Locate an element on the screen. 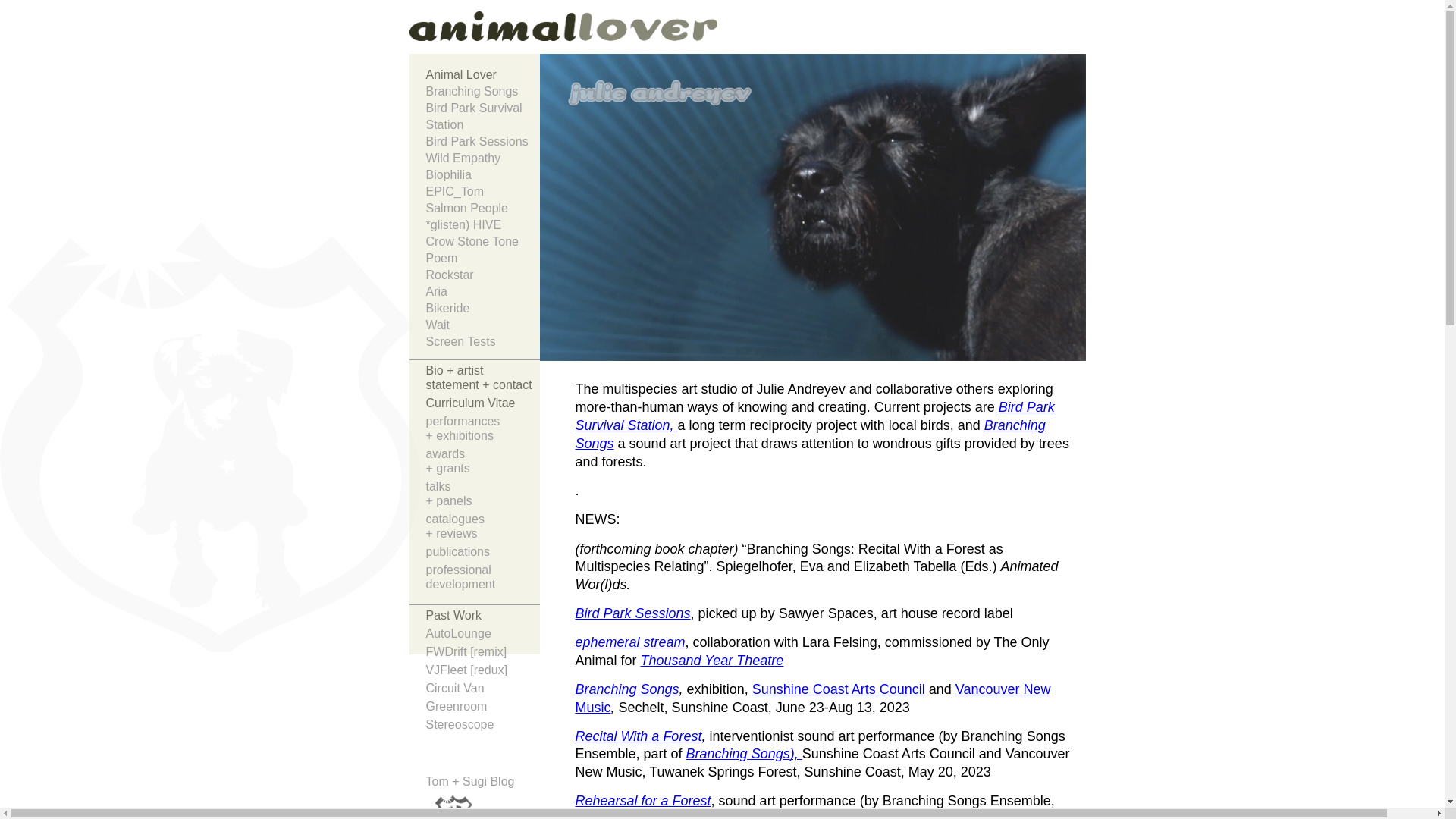 Image resolution: width=1456 pixels, height=819 pixels. 'EPIC_Tom' is located at coordinates (425, 191).